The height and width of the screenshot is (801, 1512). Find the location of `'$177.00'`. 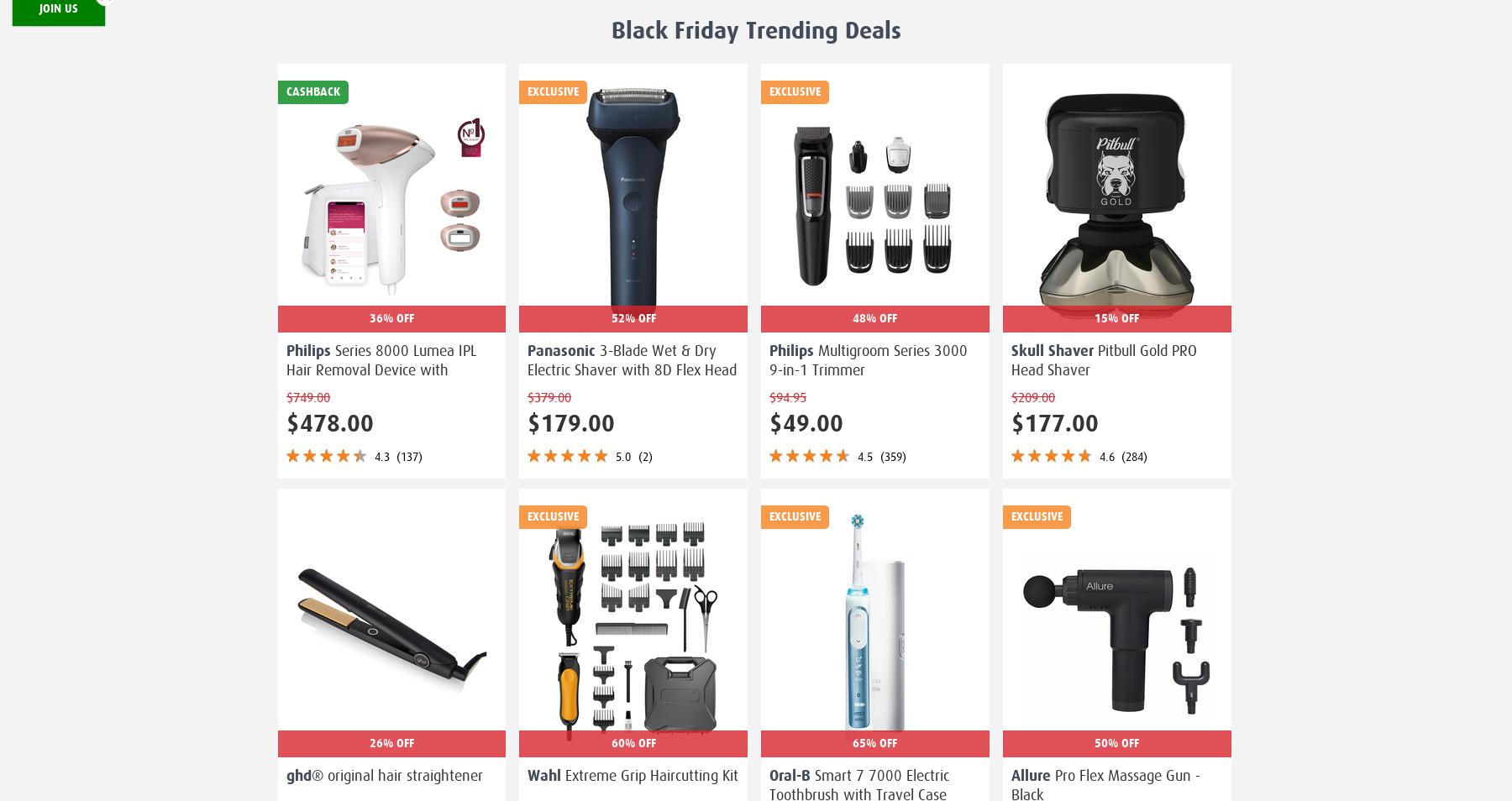

'$177.00' is located at coordinates (1053, 423).